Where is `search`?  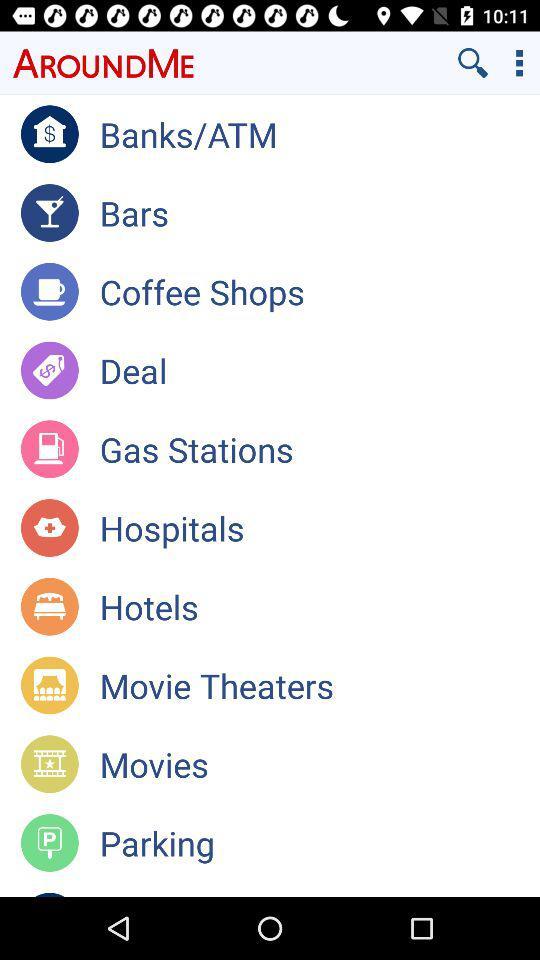
search is located at coordinates (472, 62).